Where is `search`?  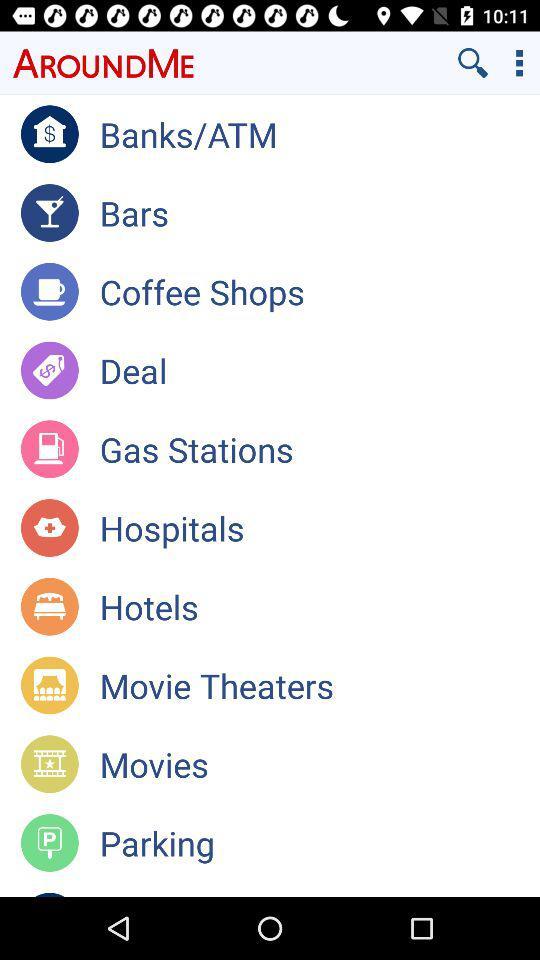
search is located at coordinates (472, 62).